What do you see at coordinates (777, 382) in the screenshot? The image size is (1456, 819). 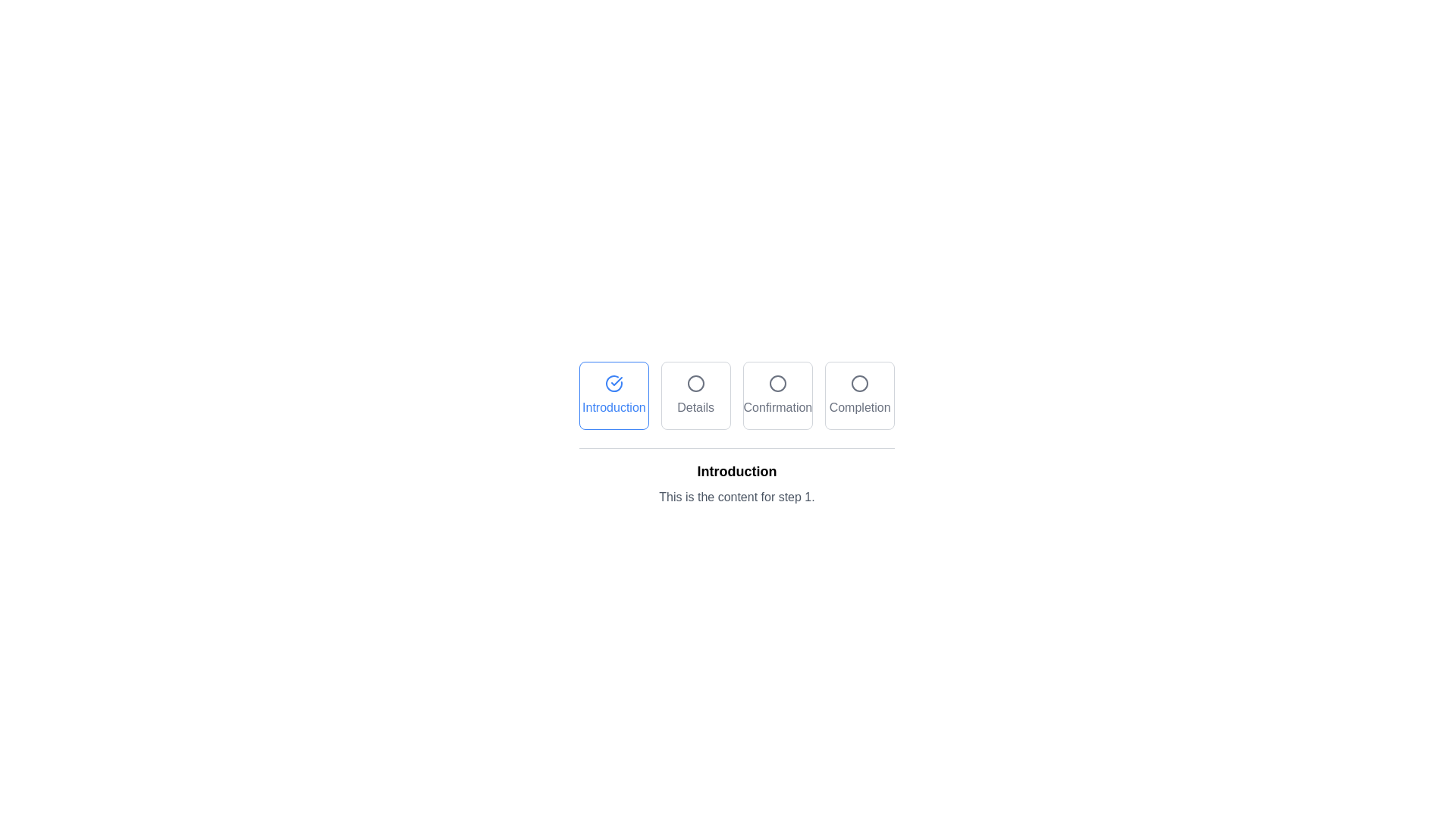 I see `the small circular icon with a hollow center and stroke, located in the 'Confirmation' step of the multi-step indicator at the bottom center of the interface` at bounding box center [777, 382].